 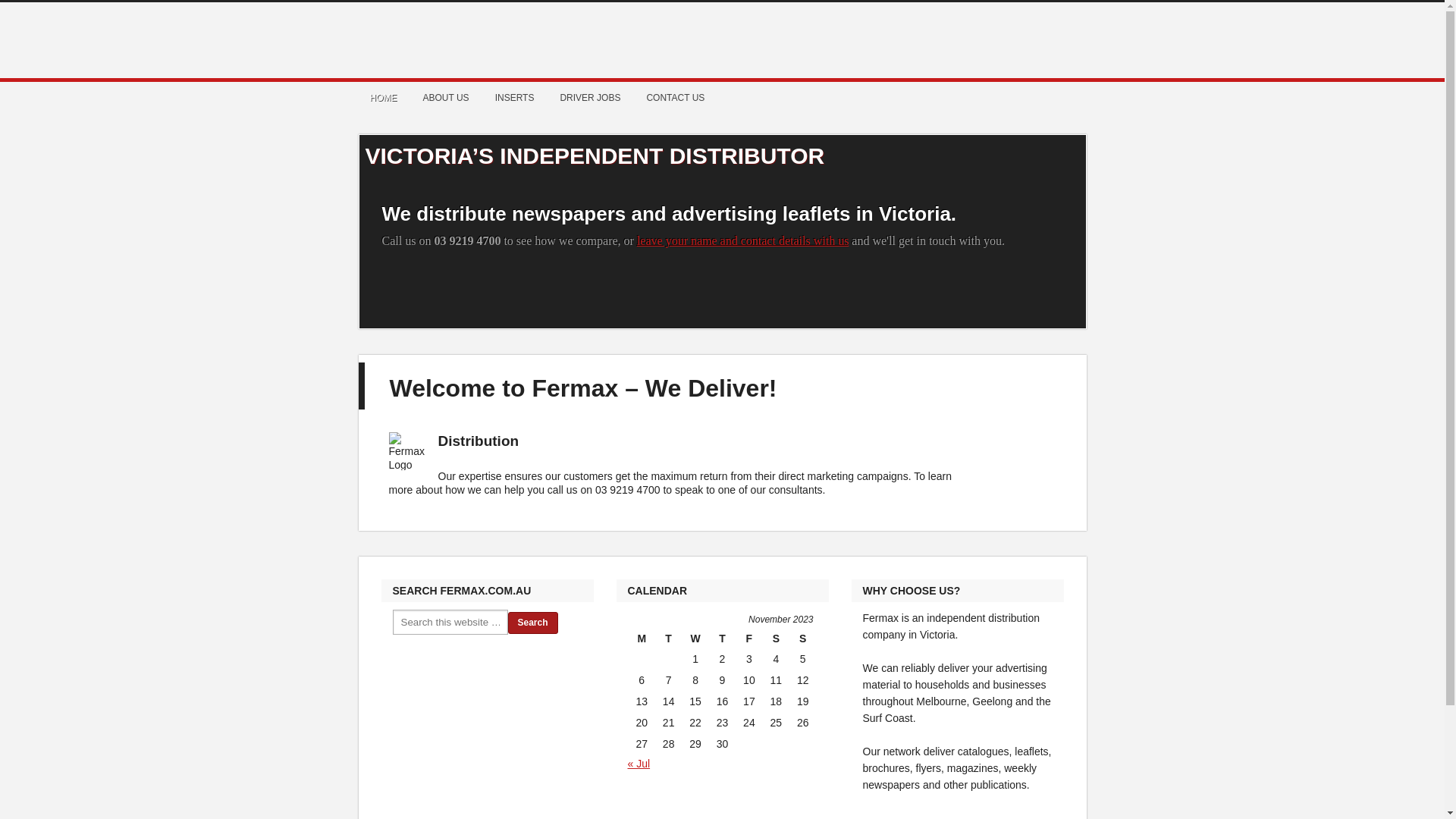 I want to click on 'INSERTS', so click(x=516, y=97).